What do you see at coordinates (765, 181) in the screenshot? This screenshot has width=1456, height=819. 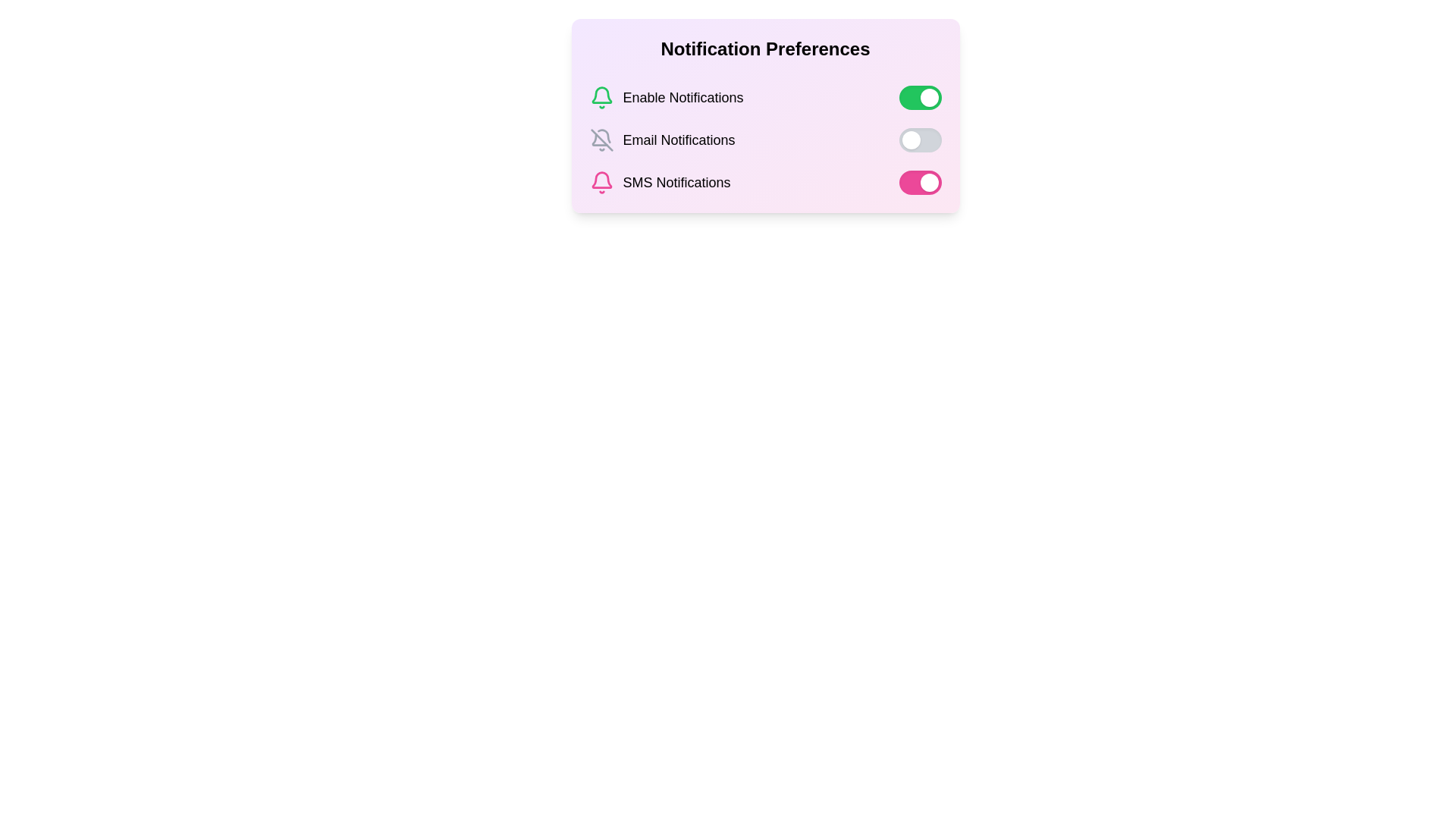 I see `the toggle switch for SMS notifications in the Notification Preferences section` at bounding box center [765, 181].